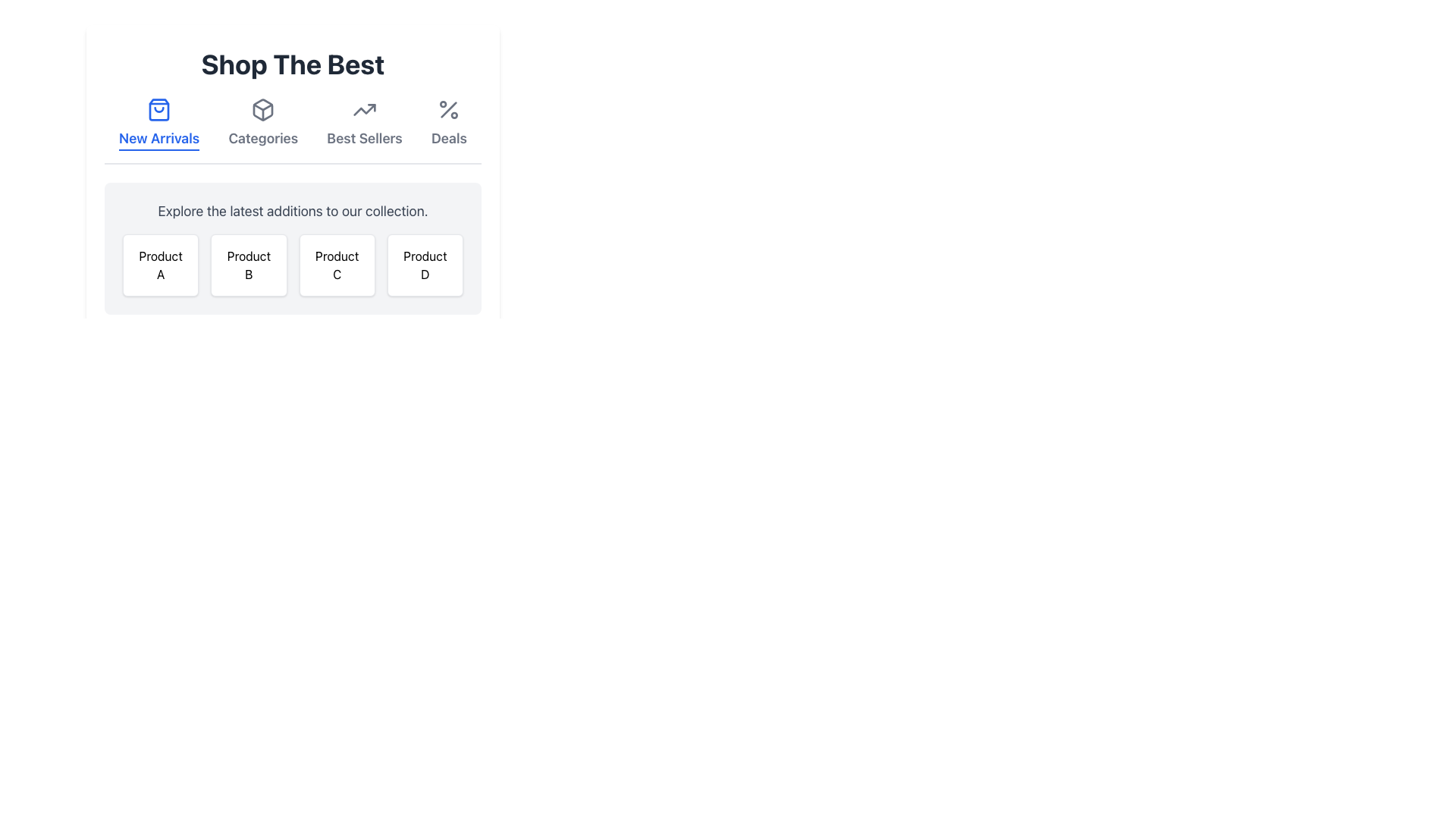 The image size is (1456, 819). I want to click on the text label element that identifies 'Product A', which is the first element in a grid layout of product labels, so click(161, 265).